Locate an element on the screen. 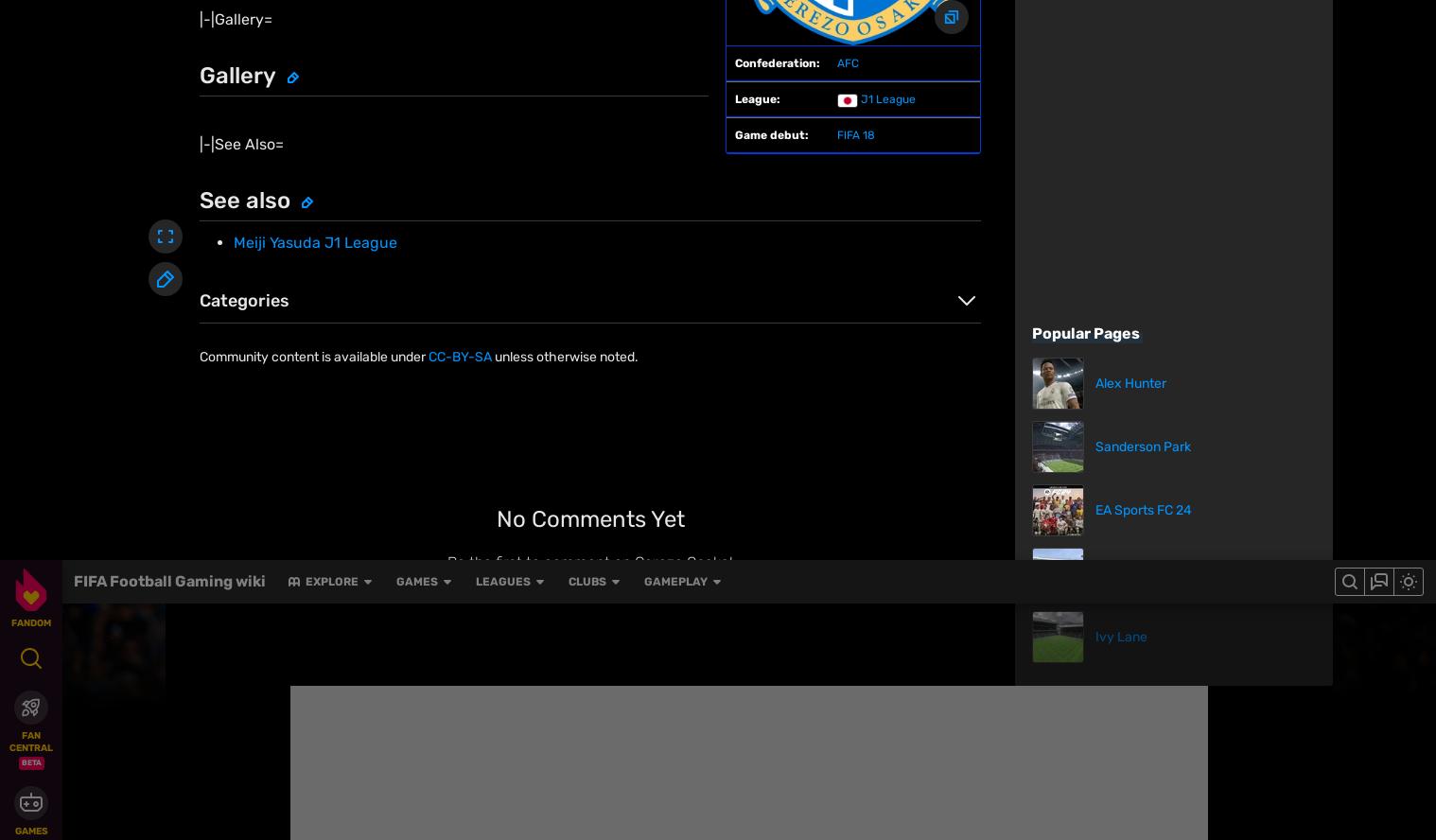 This screenshot has width=1436, height=840. 'Take your favorite fandoms with you and never miss a beat.' is located at coordinates (1093, 764).